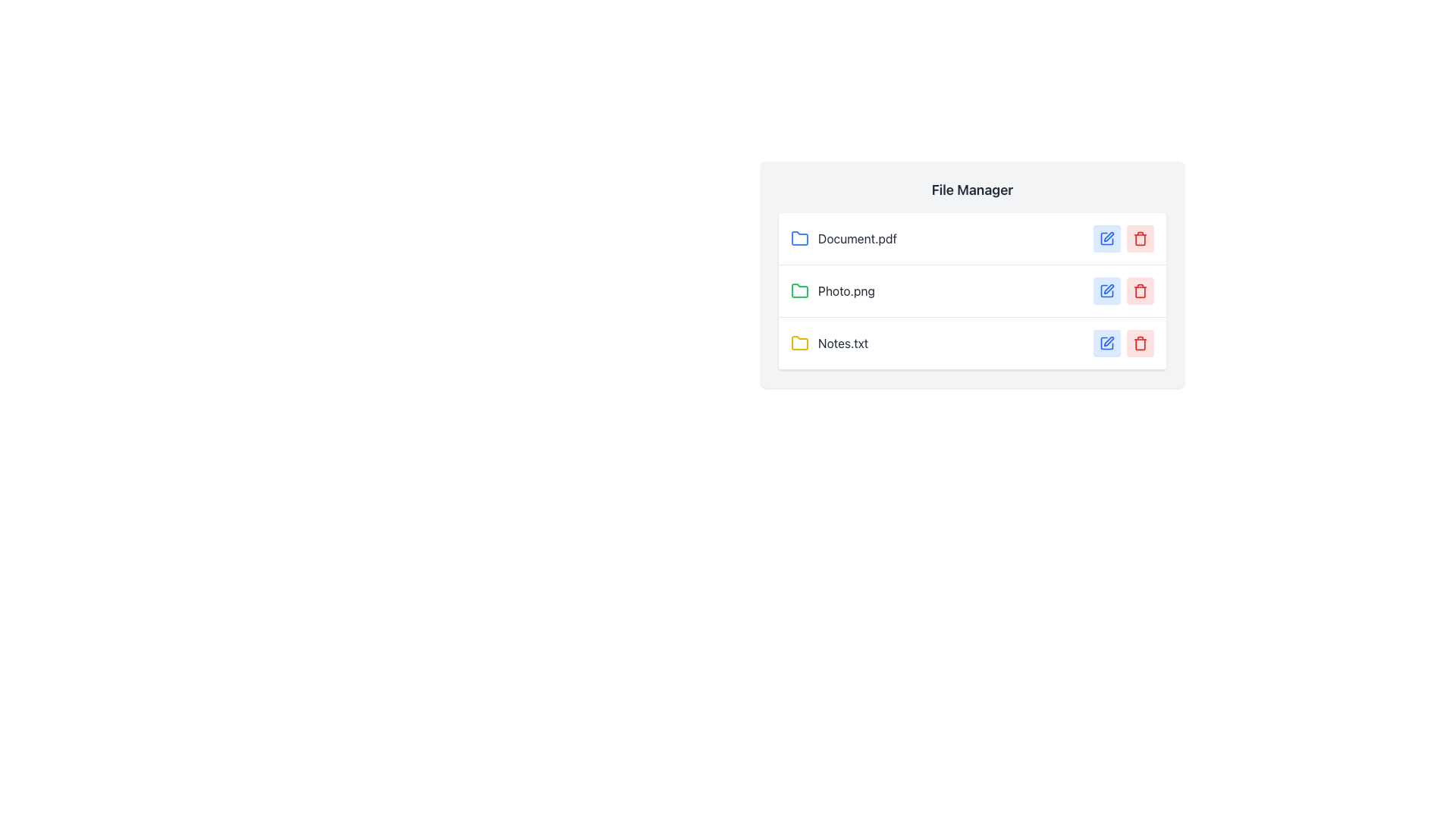 This screenshot has height=819, width=1456. Describe the element at coordinates (1109, 289) in the screenshot. I see `the edit icon, which resembles a pen inside a square and is located to the right of 'Photo.png' in the interface` at that location.